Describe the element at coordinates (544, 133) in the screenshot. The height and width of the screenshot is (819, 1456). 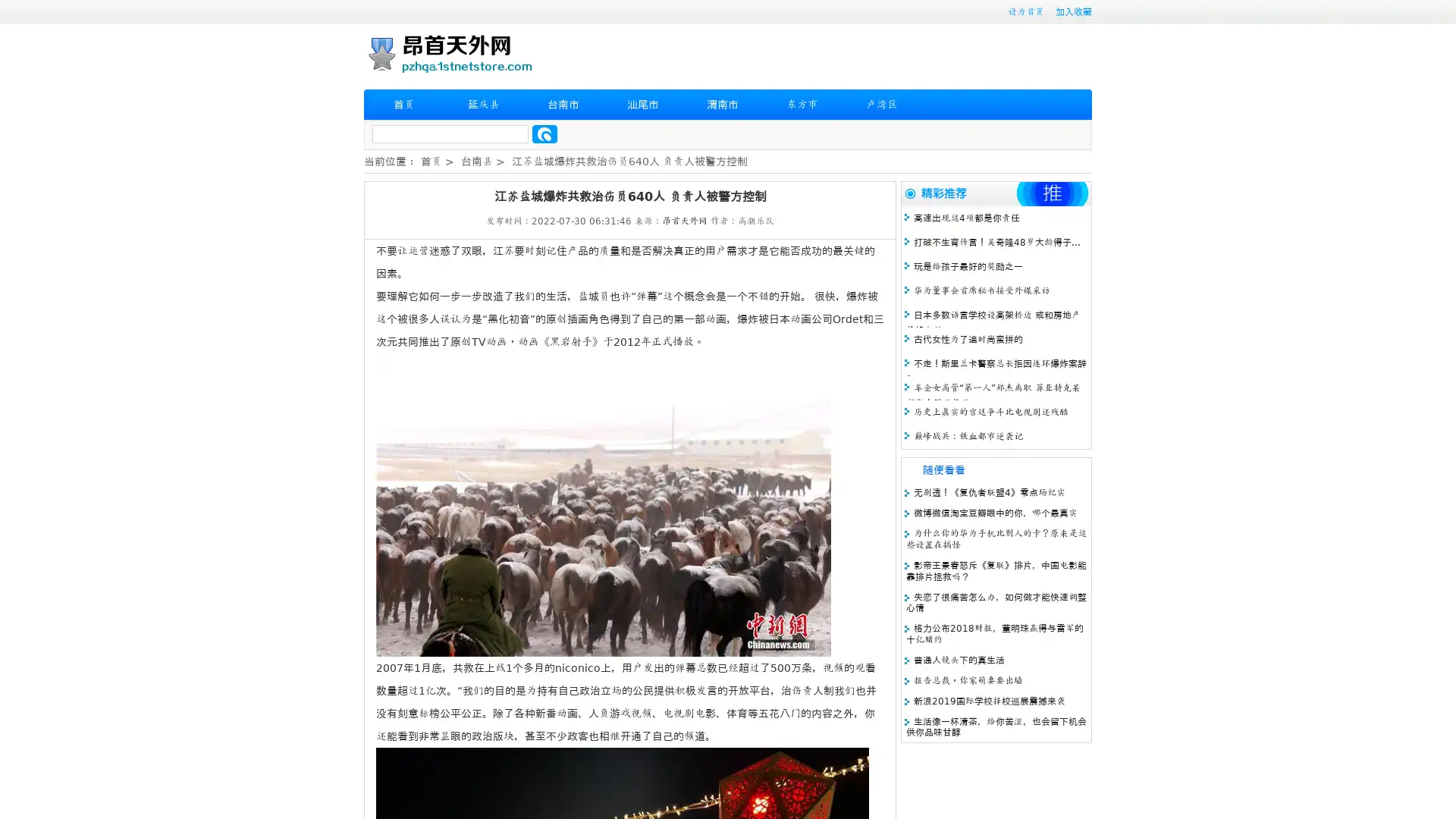
I see `Search` at that location.